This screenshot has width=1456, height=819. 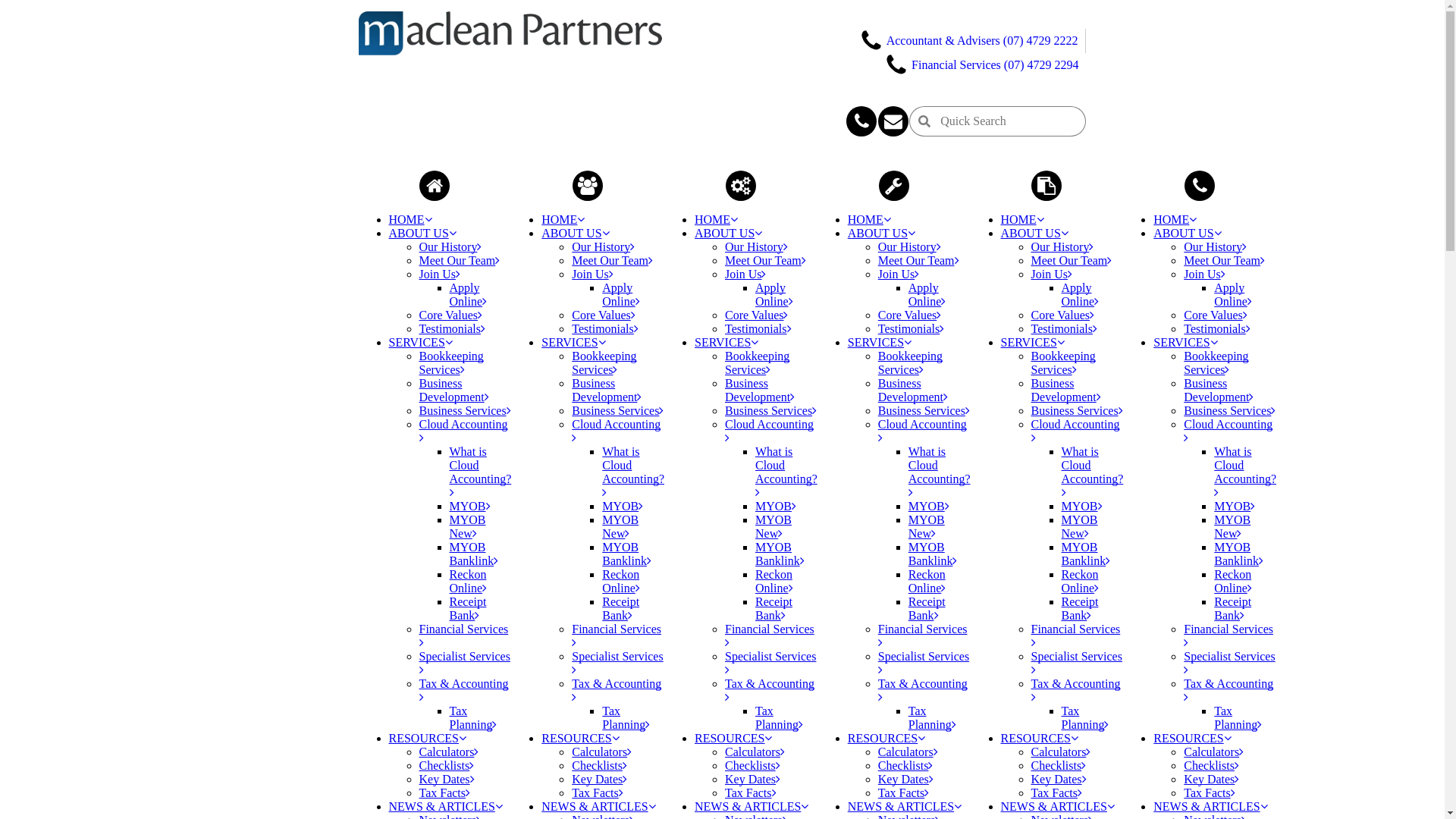 I want to click on 'Bookkeeping Services', so click(x=910, y=362).